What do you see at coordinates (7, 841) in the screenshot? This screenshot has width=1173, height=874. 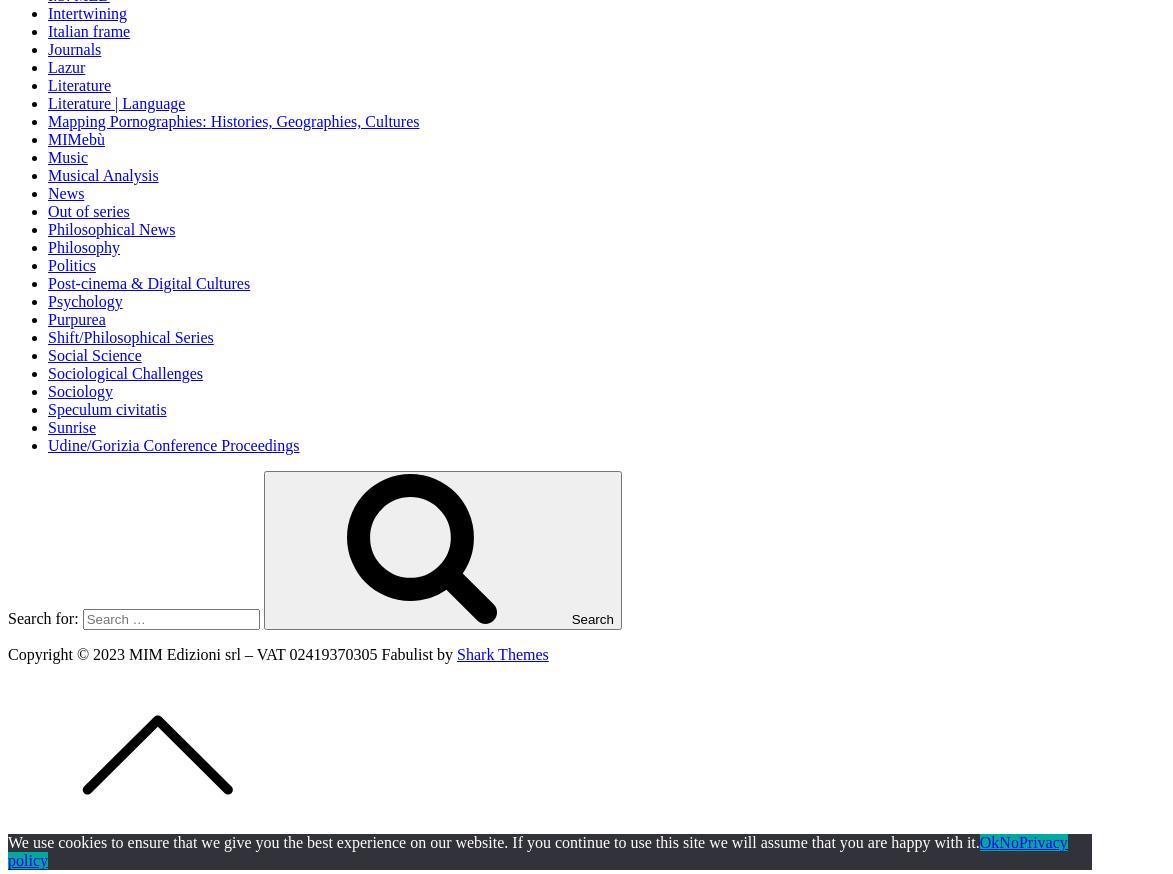 I see `'We use cookies to ensure that we give you the best experience on our website. If you continue to use this site we will assume that you are happy with it.'` at bounding box center [7, 841].